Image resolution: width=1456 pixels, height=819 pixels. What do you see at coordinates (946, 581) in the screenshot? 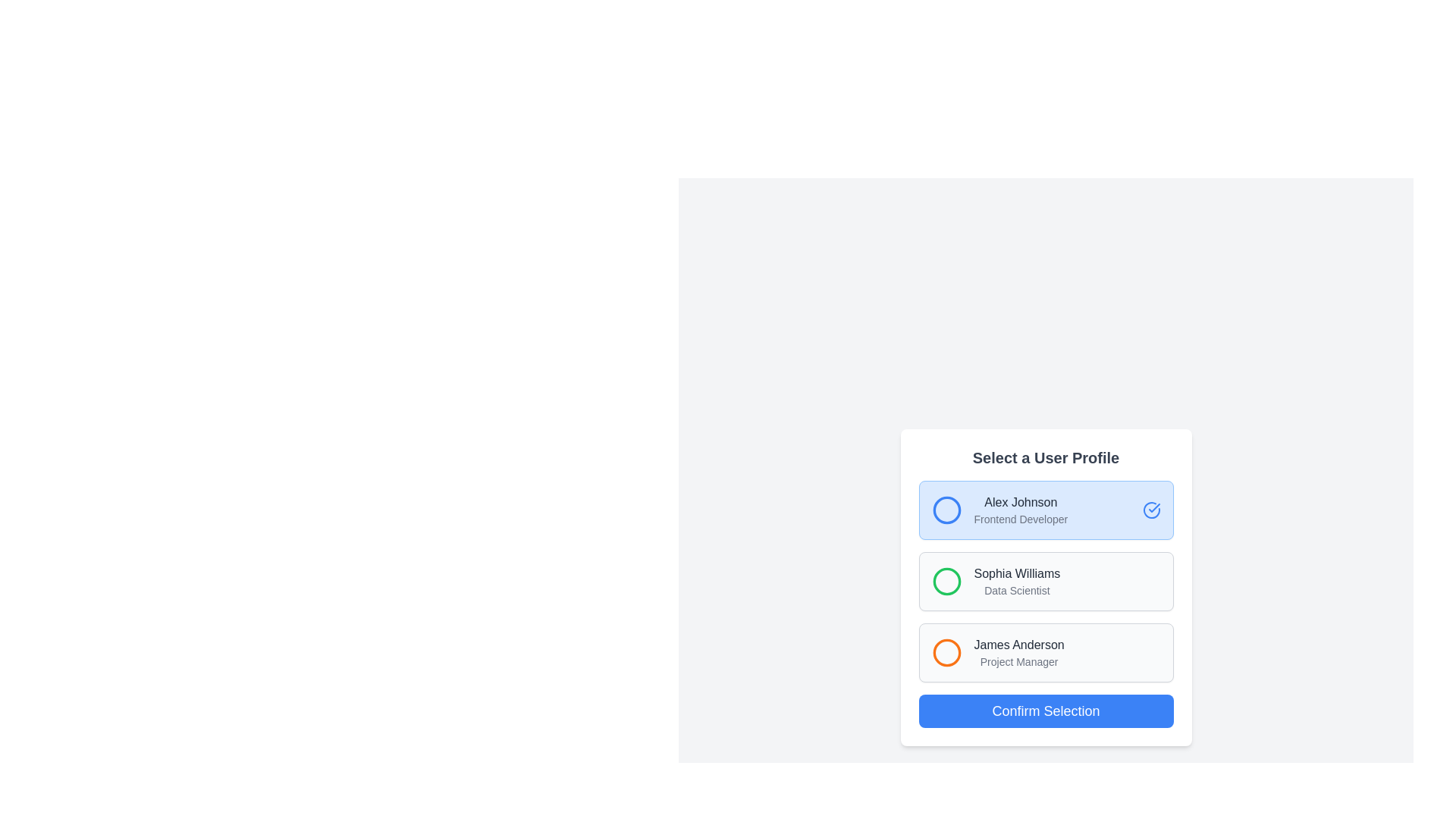
I see `the Circular Selection Indicator` at bounding box center [946, 581].